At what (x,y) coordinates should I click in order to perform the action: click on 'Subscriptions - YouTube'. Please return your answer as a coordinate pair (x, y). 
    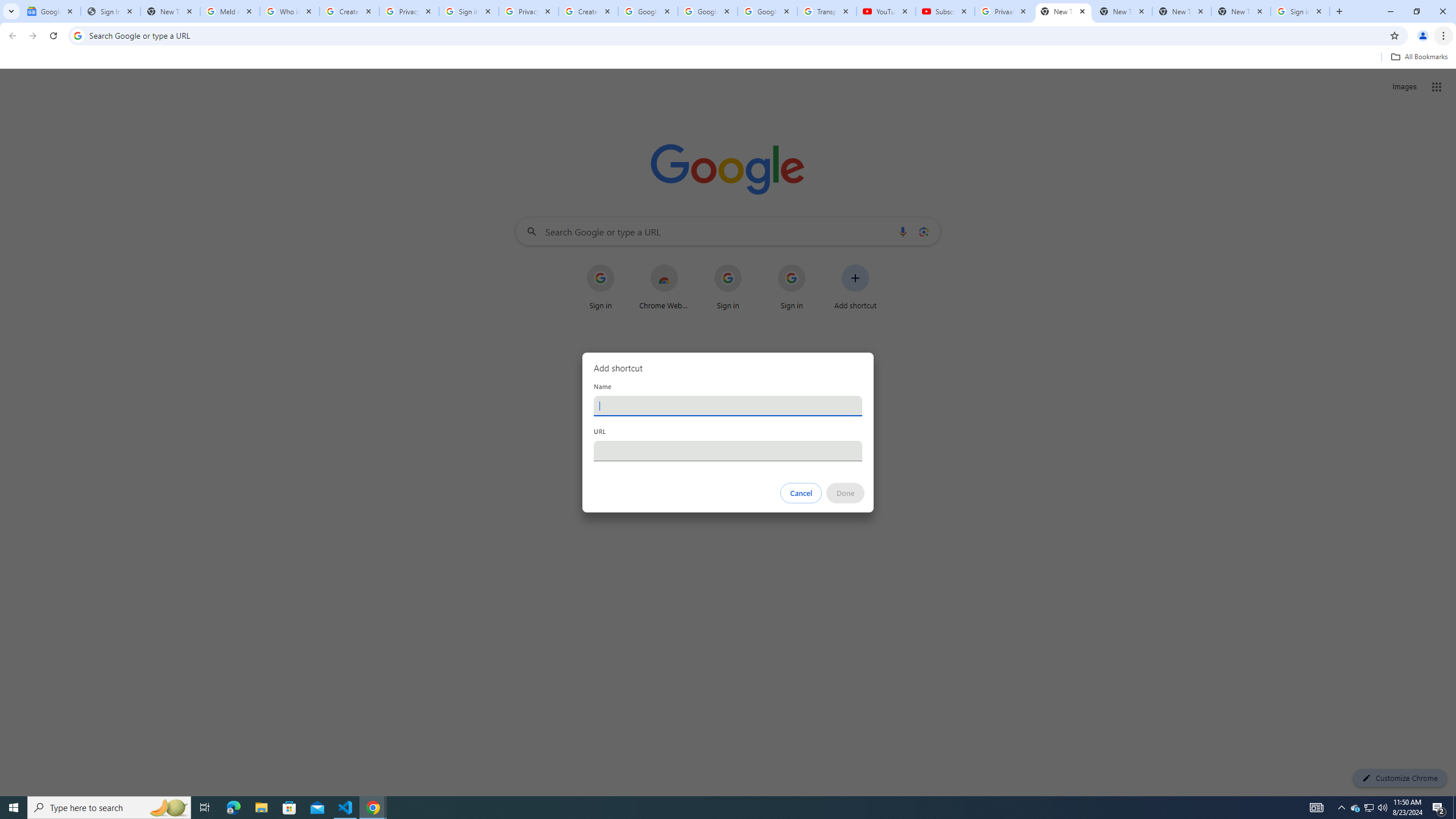
    Looking at the image, I should click on (944, 11).